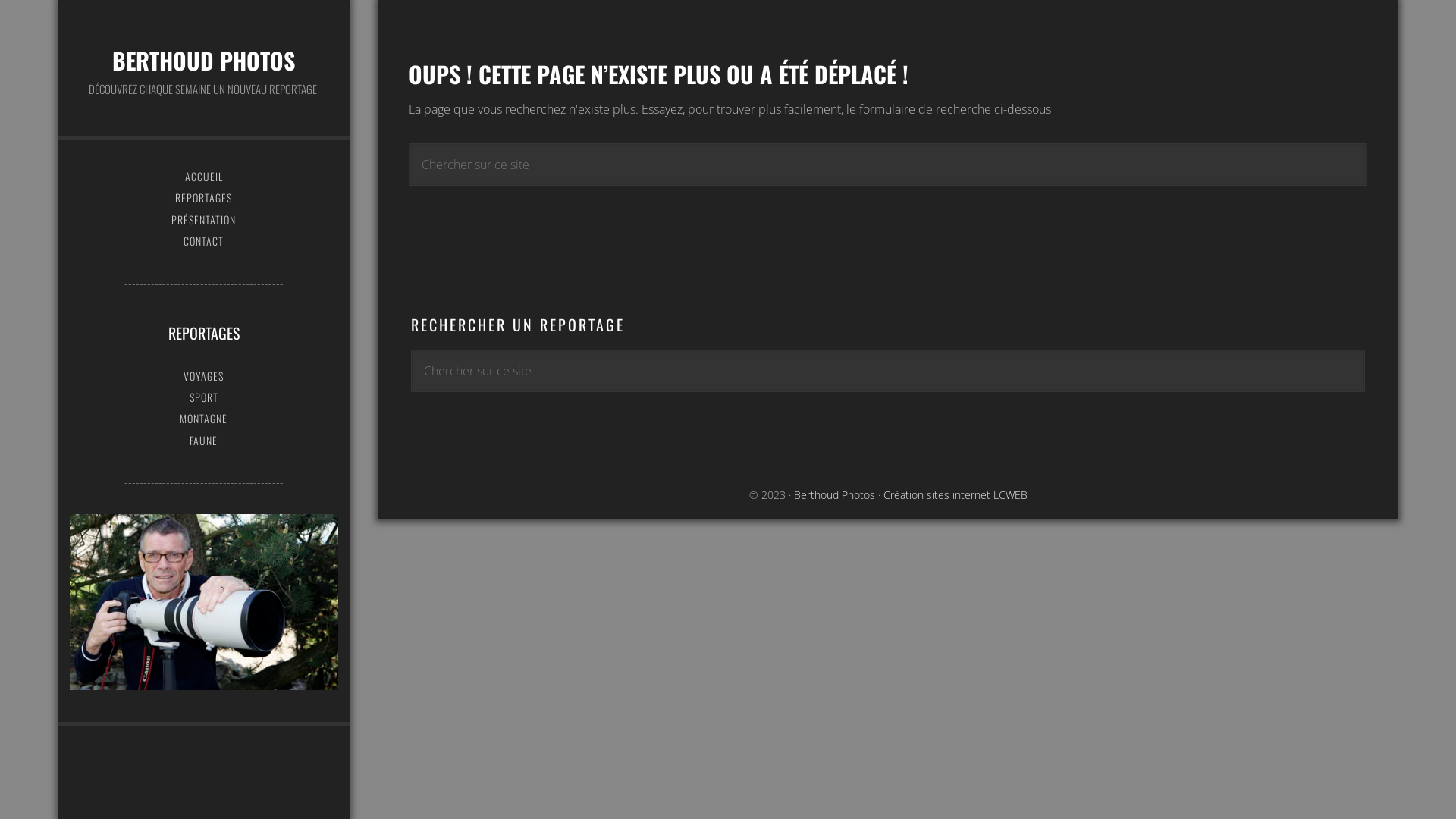 Image resolution: width=1456 pixels, height=819 pixels. Describe the element at coordinates (202, 441) in the screenshot. I see `'FAUNE'` at that location.